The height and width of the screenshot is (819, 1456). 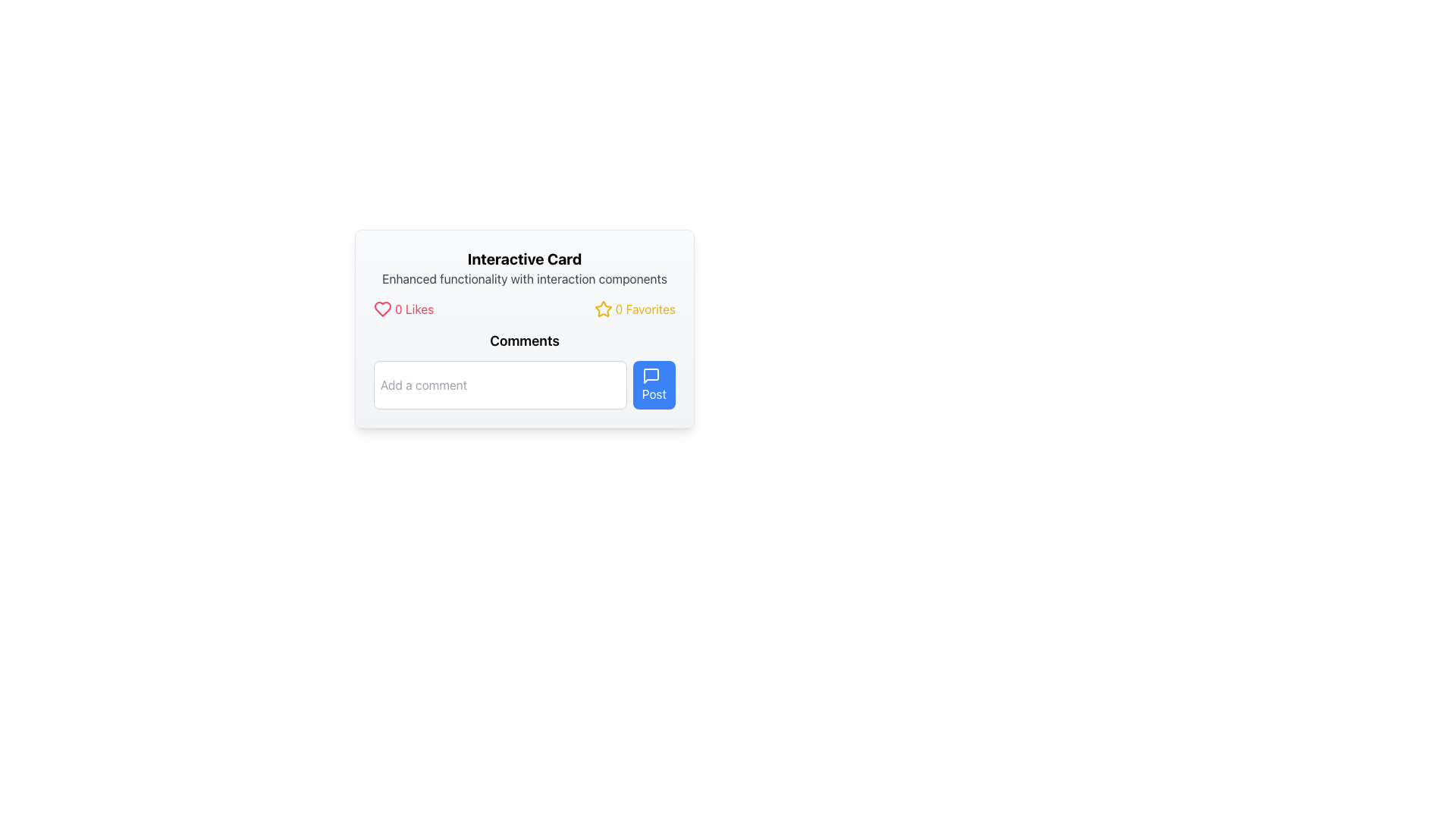 What do you see at coordinates (524, 341) in the screenshot?
I see `the 'Comments' label displayed in bolded black font, which serves as a heading for the comment input section` at bounding box center [524, 341].